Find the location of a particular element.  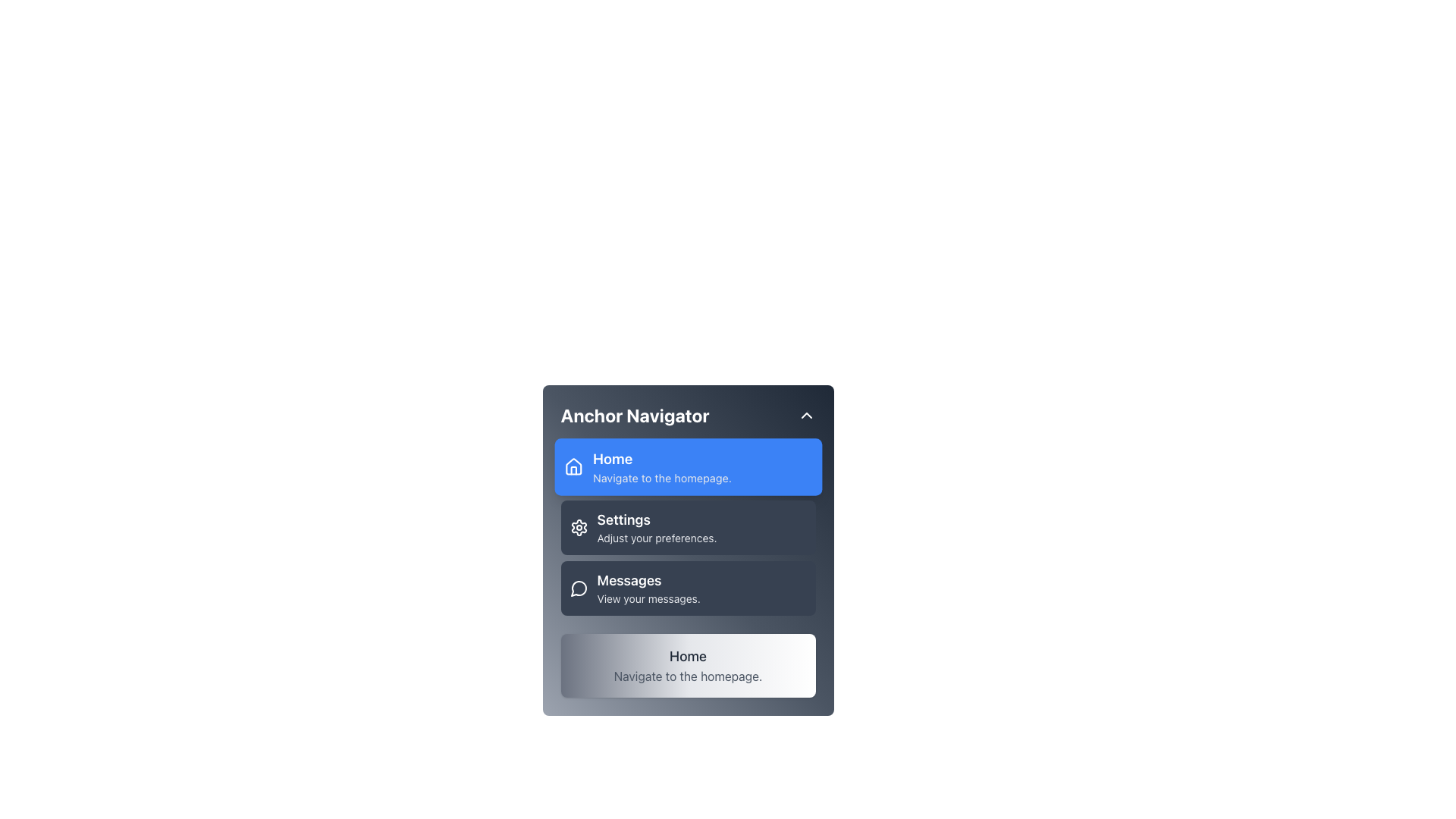

the 'Settings' button in the sidebar menu is located at coordinates (687, 526).